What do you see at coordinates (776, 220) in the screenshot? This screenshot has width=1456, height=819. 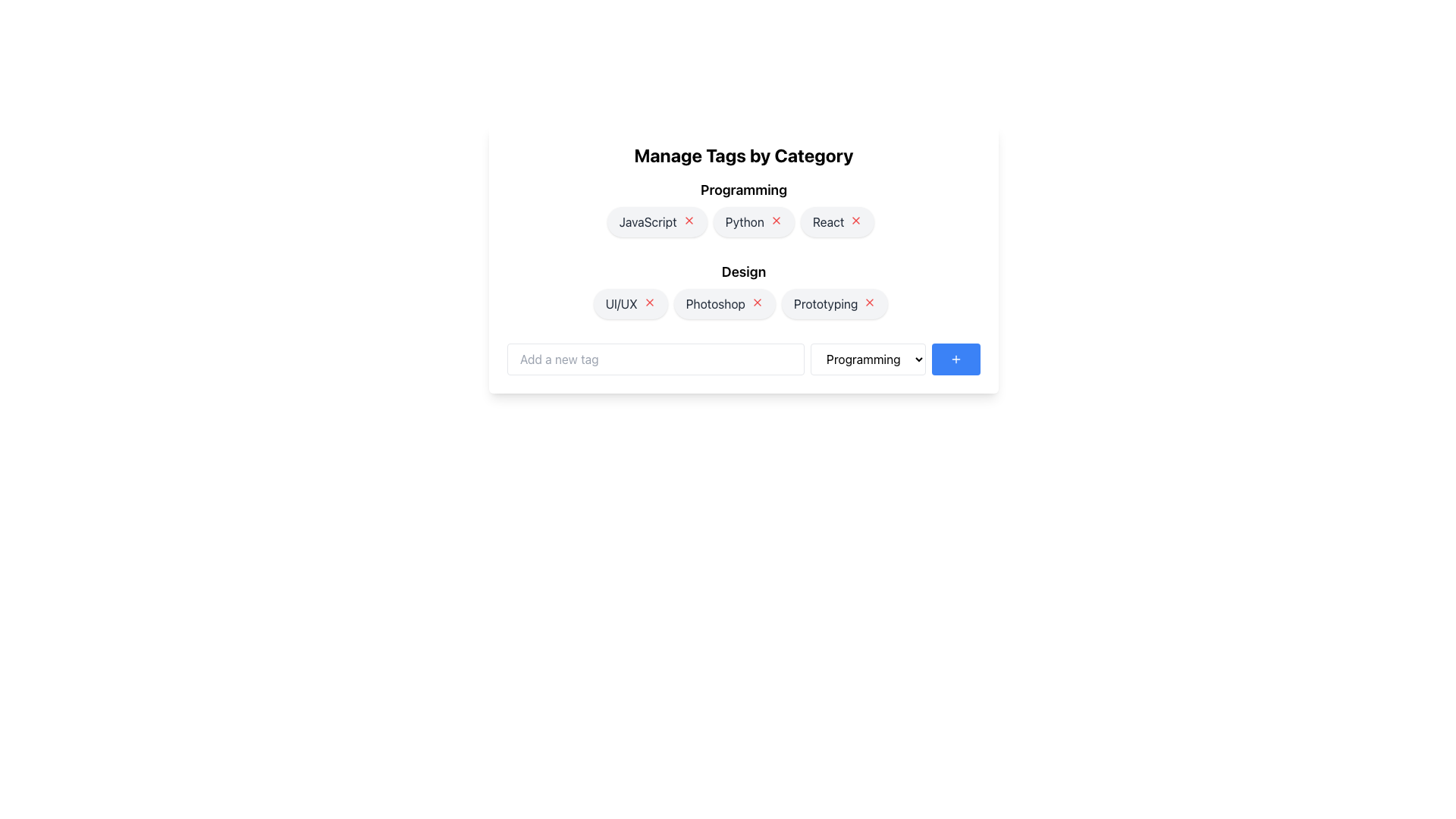 I see `the interactive 'X' icon located to the right of the 'Python' tag under the 'Programming' category` at bounding box center [776, 220].